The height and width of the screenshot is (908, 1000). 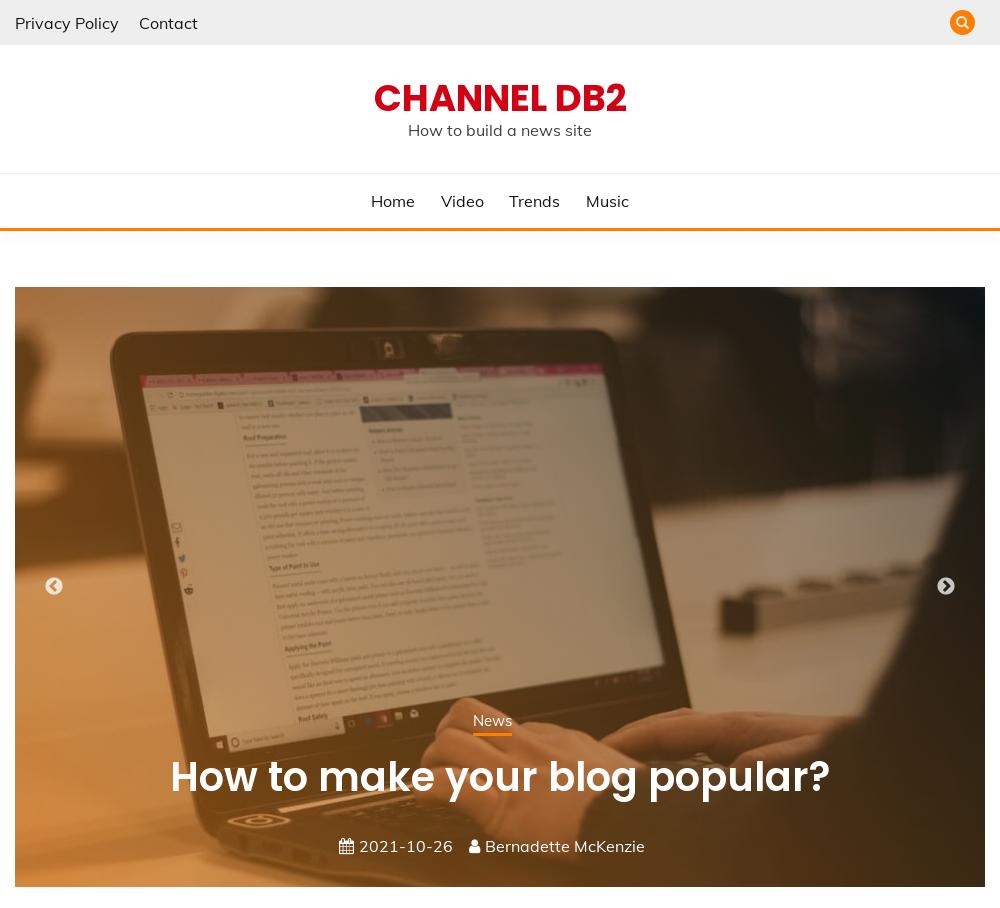 I want to click on 'Trends', so click(x=534, y=200).